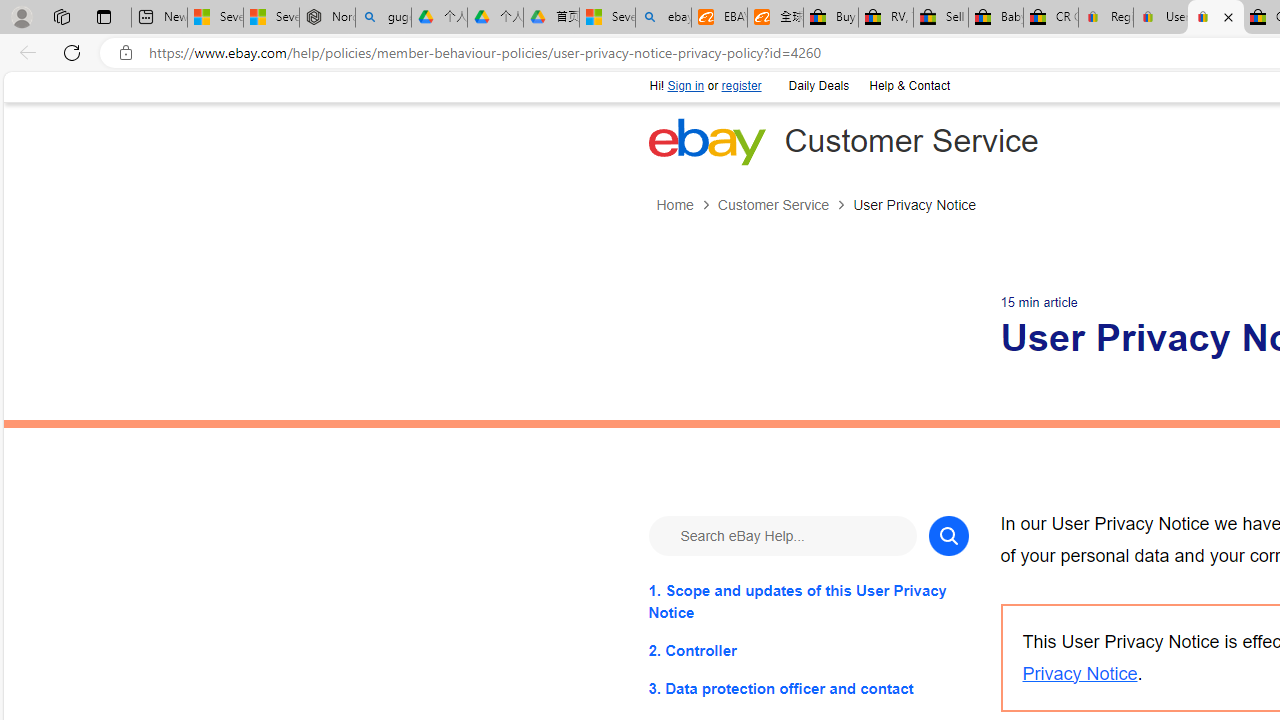  Describe the element at coordinates (830, 17) in the screenshot. I see `'Buy Auto Parts & Accessories | eBay'` at that location.